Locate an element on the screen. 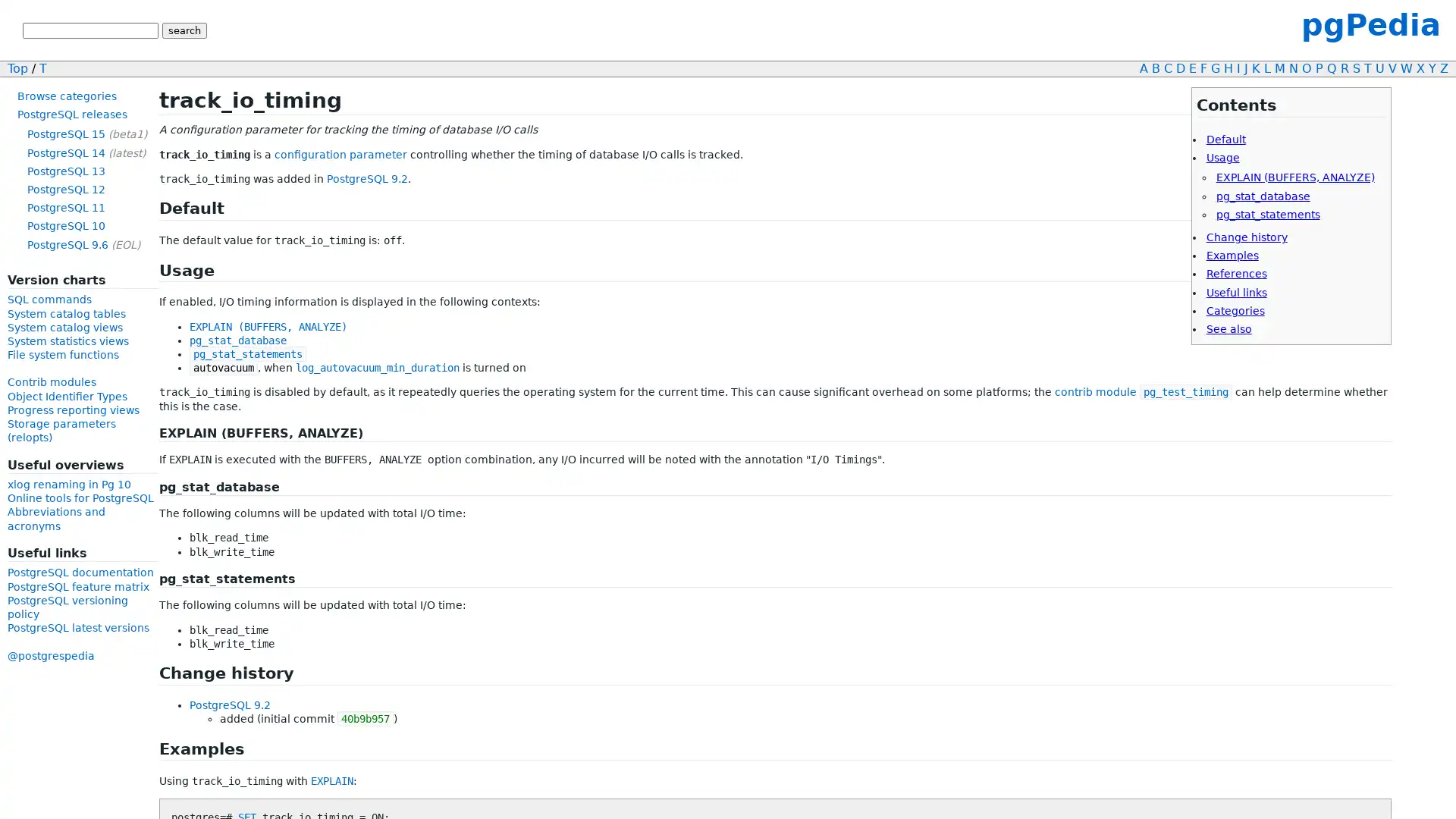 The width and height of the screenshot is (1456, 819). search is located at coordinates (184, 30).